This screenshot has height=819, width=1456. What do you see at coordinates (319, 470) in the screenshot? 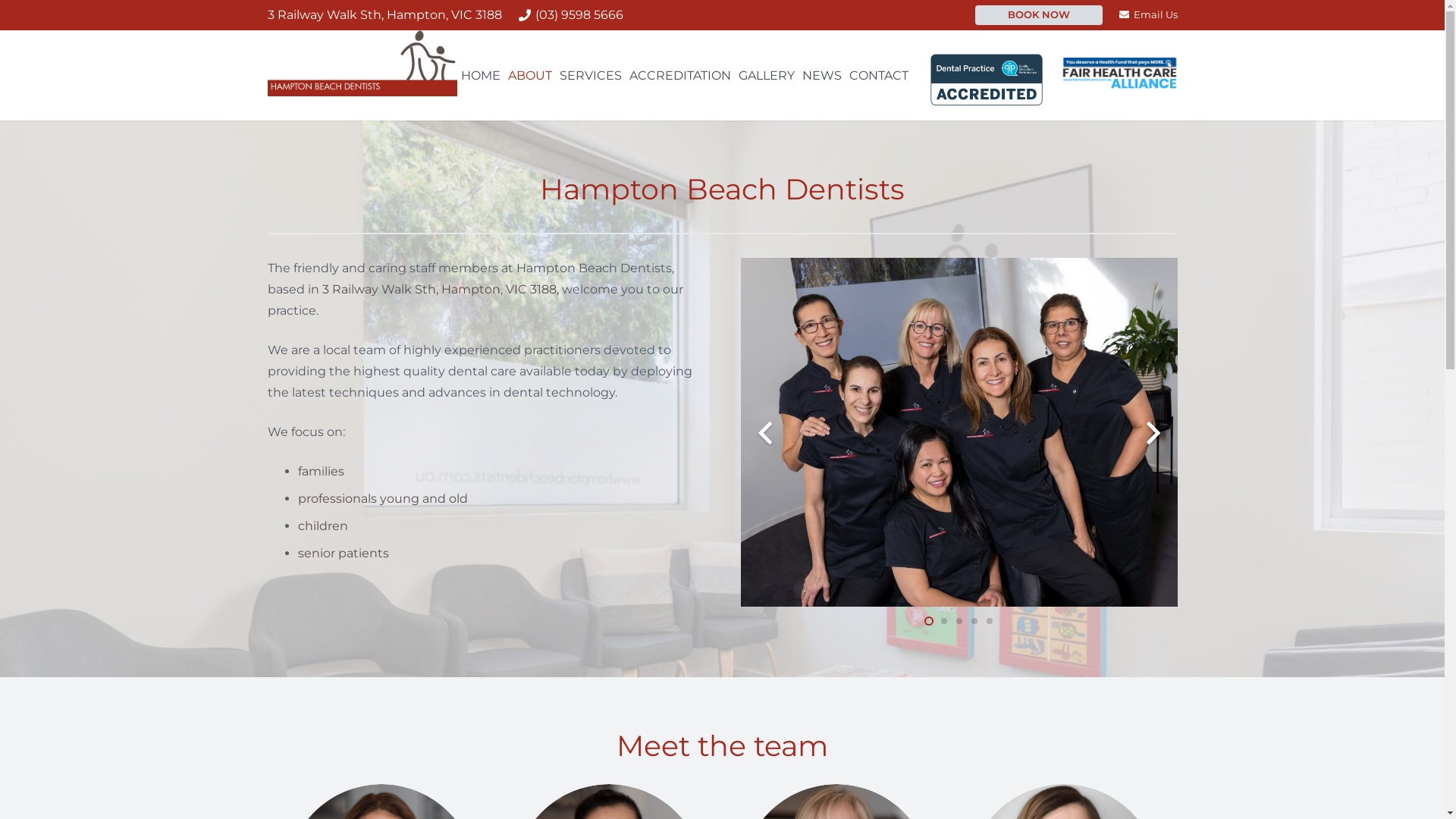
I see `'families'` at bounding box center [319, 470].